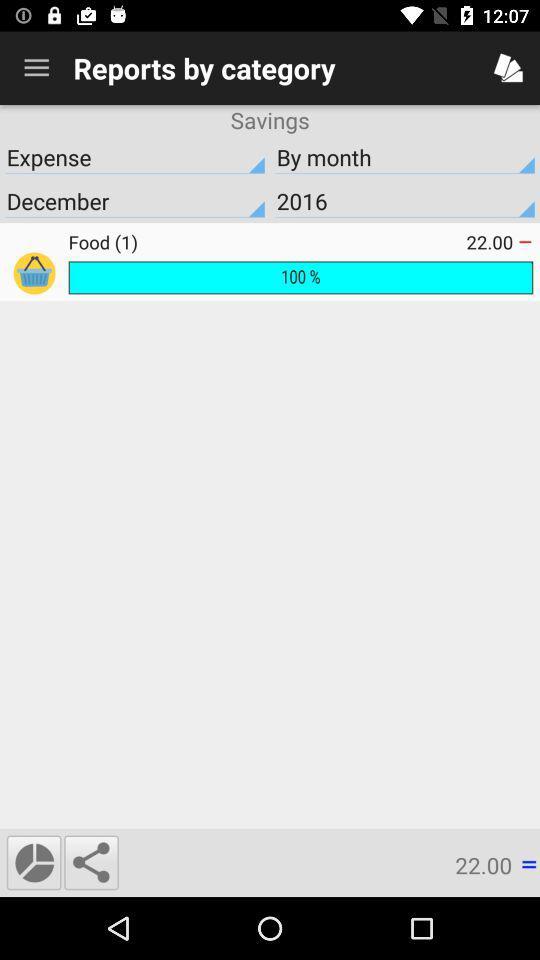 The width and height of the screenshot is (540, 960). What do you see at coordinates (405, 156) in the screenshot?
I see `the item next to the expense` at bounding box center [405, 156].